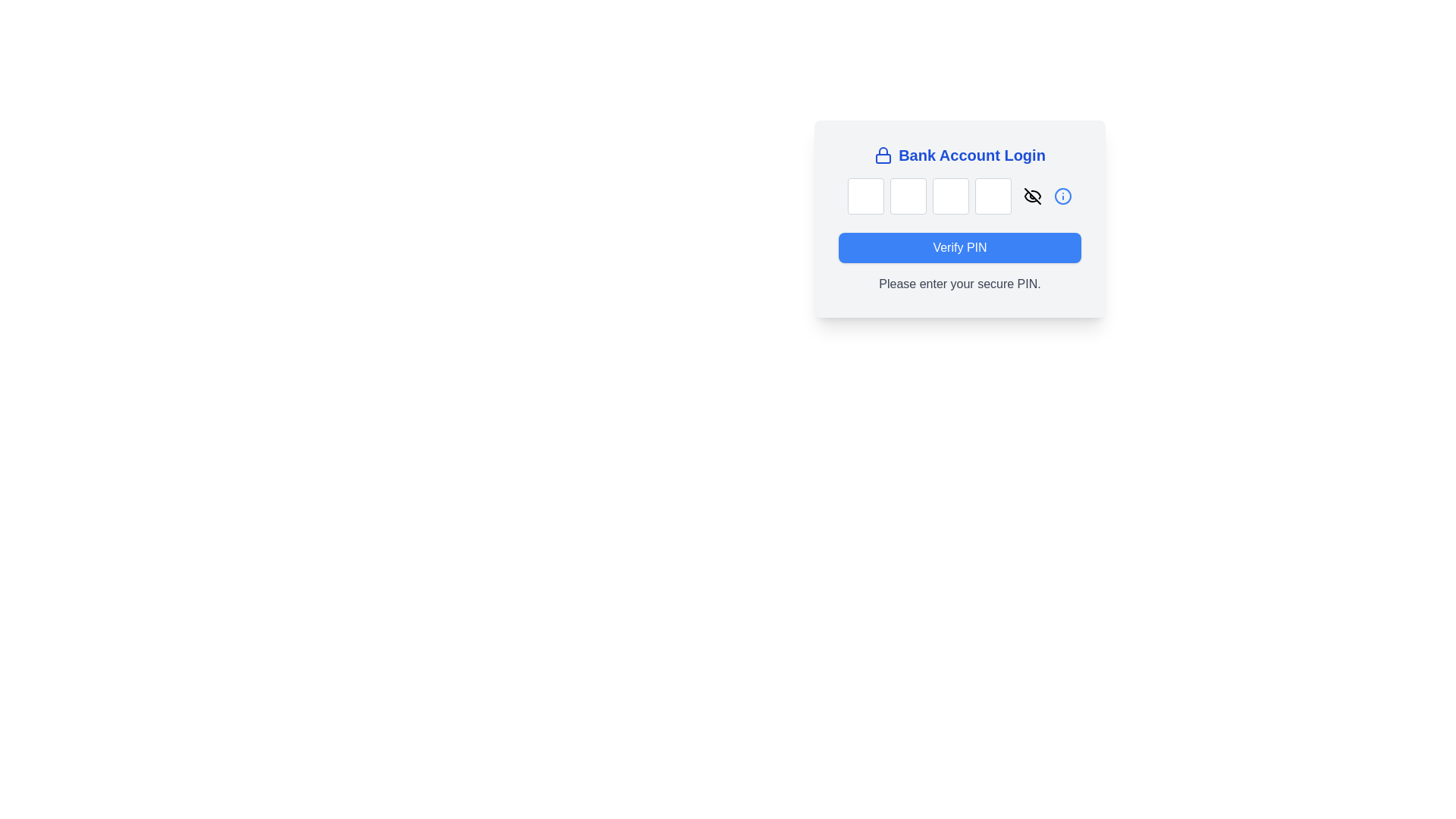 The height and width of the screenshot is (819, 1456). Describe the element at coordinates (959, 284) in the screenshot. I see `the Text Label that provides guidance for entering a secure PIN, located beneath the blue 'Verify PIN' button` at that location.